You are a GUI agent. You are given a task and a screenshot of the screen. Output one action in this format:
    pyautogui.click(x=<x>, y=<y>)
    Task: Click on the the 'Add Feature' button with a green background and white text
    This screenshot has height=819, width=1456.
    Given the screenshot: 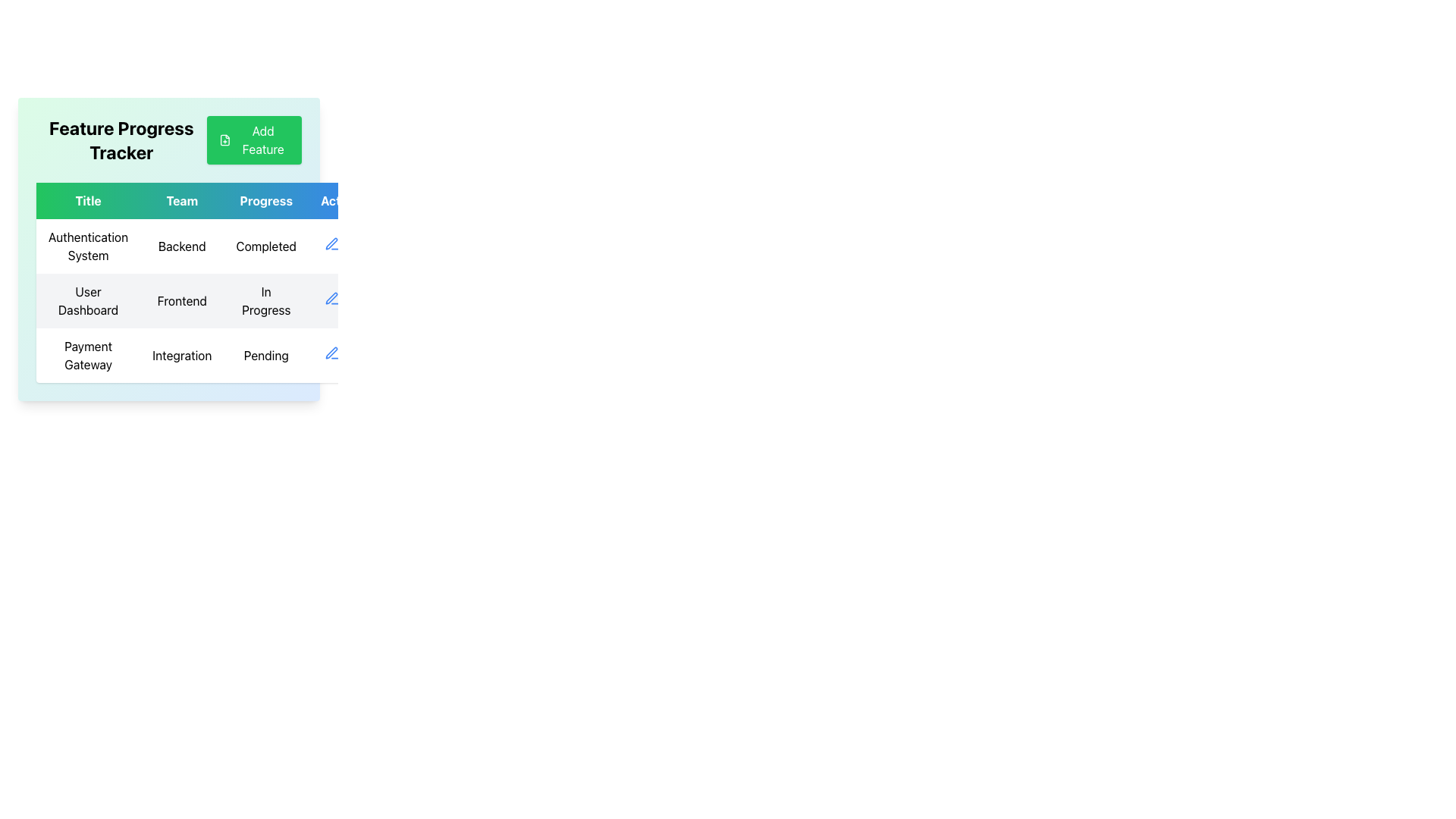 What is the action you would take?
    pyautogui.click(x=254, y=140)
    